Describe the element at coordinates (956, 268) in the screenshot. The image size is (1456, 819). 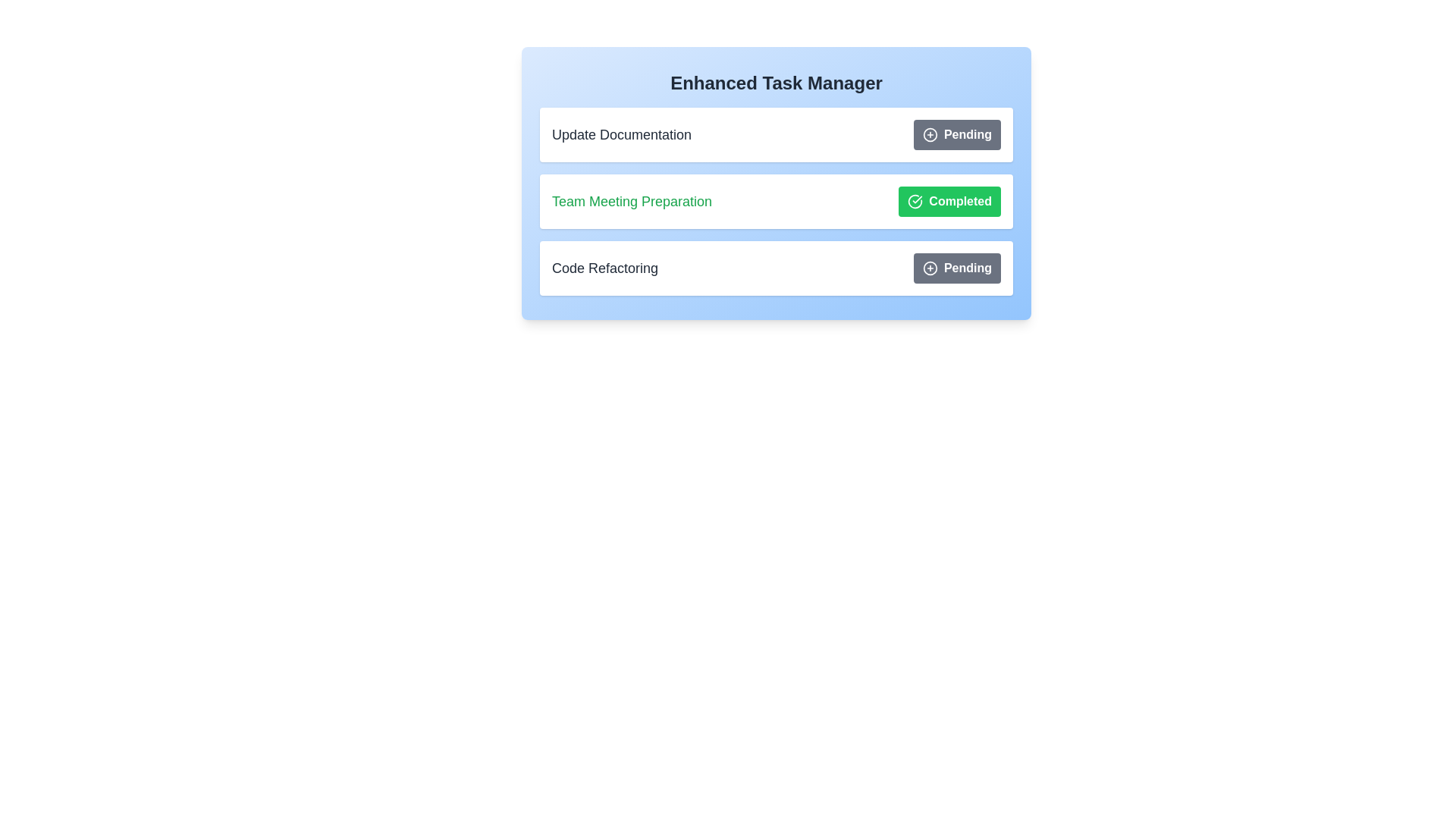
I see `status button for task Code Refactoring to toggle its status` at that location.